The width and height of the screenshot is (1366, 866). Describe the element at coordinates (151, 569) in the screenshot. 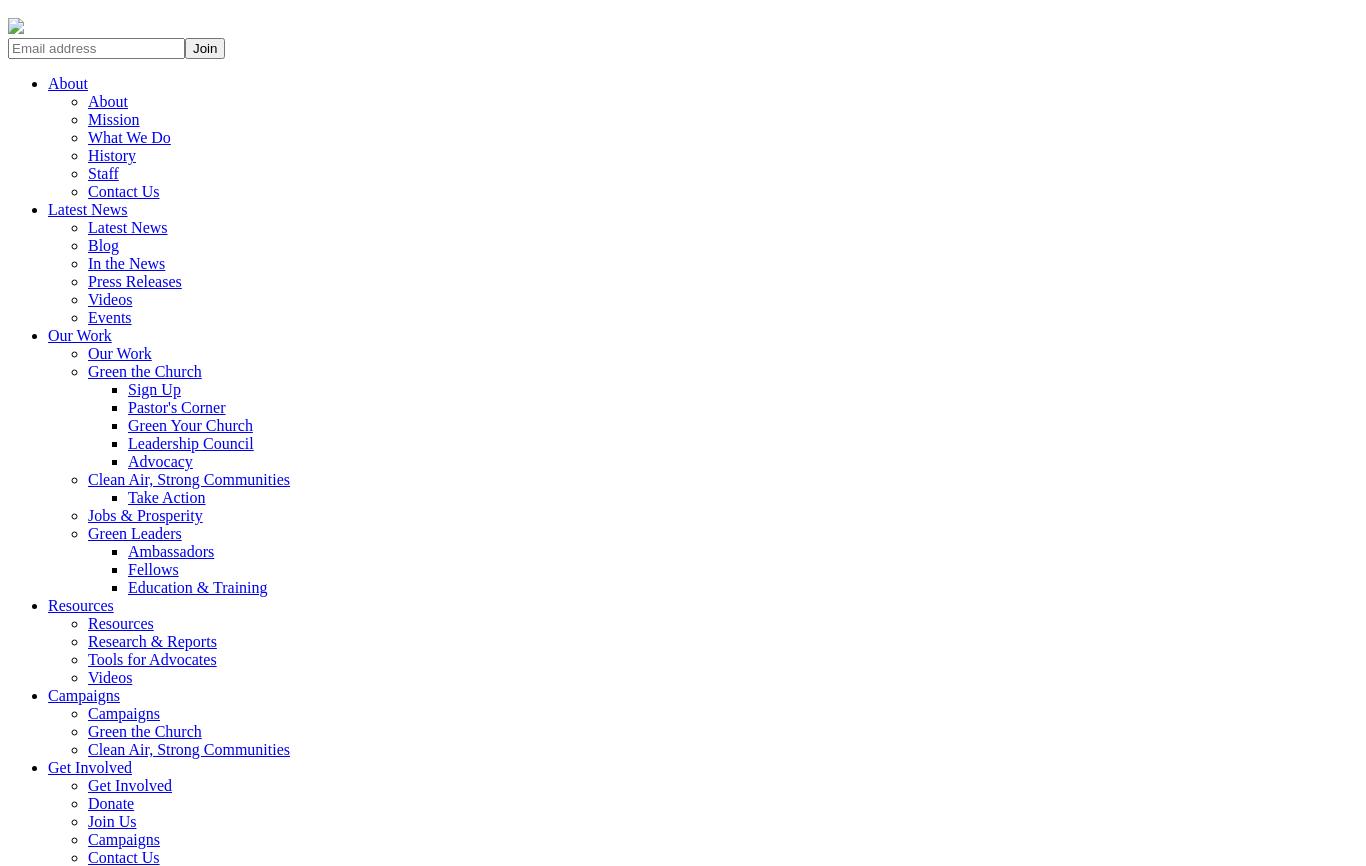

I see `'Fellows'` at that location.